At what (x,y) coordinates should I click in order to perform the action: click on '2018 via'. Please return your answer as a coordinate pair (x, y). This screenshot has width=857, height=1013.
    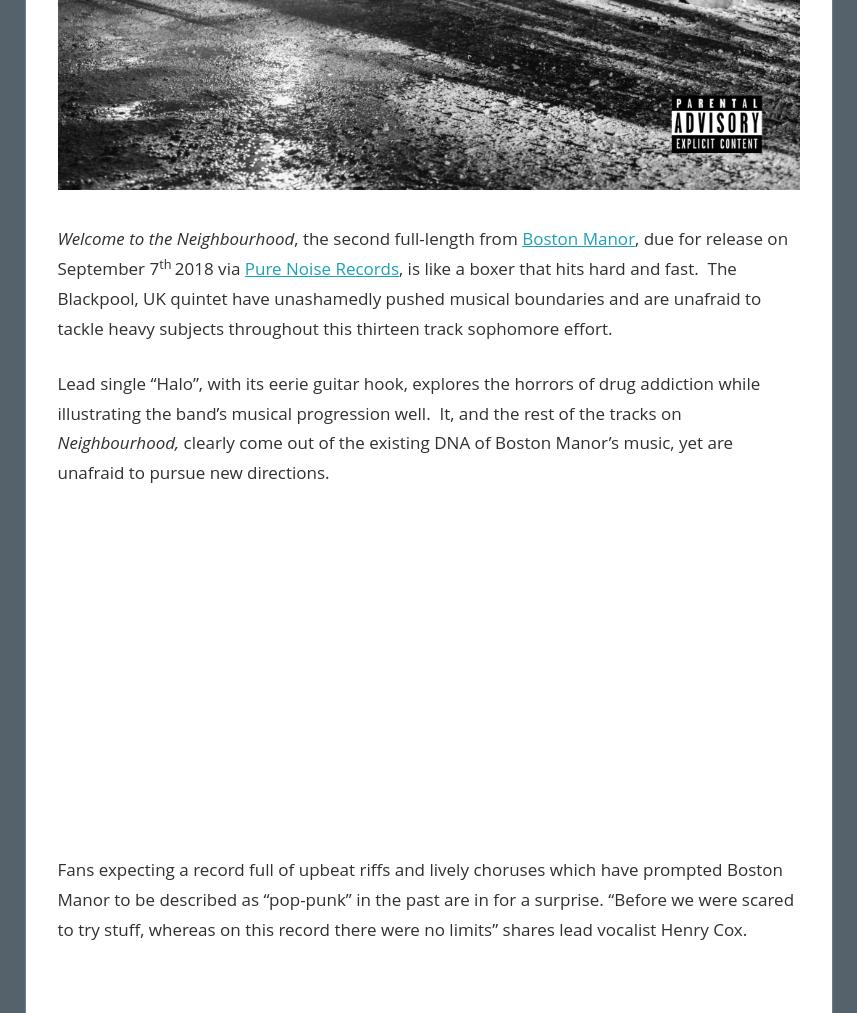
    Looking at the image, I should click on (208, 267).